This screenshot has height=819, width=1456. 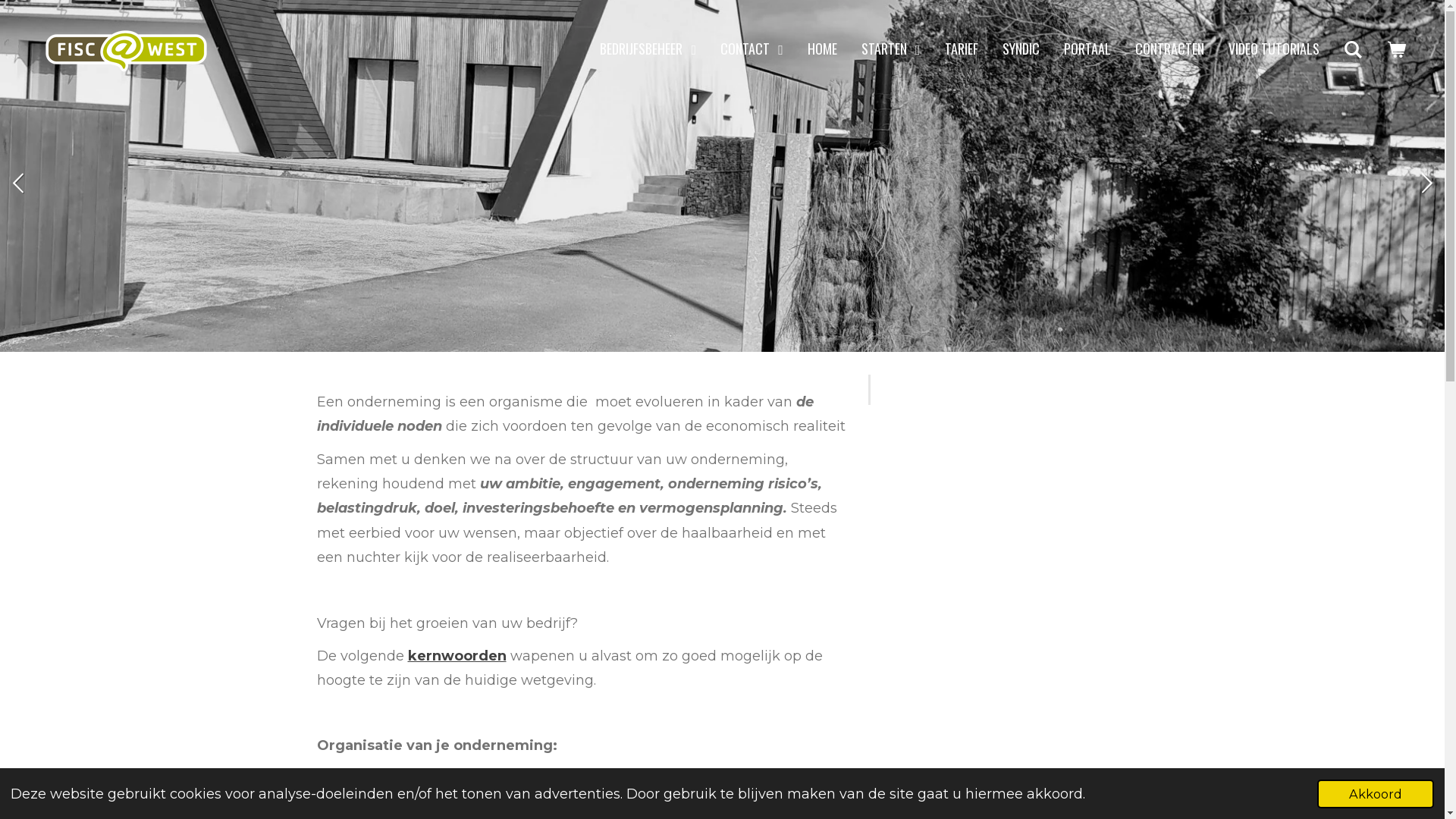 What do you see at coordinates (752, 49) in the screenshot?
I see `'CONTACT'` at bounding box center [752, 49].